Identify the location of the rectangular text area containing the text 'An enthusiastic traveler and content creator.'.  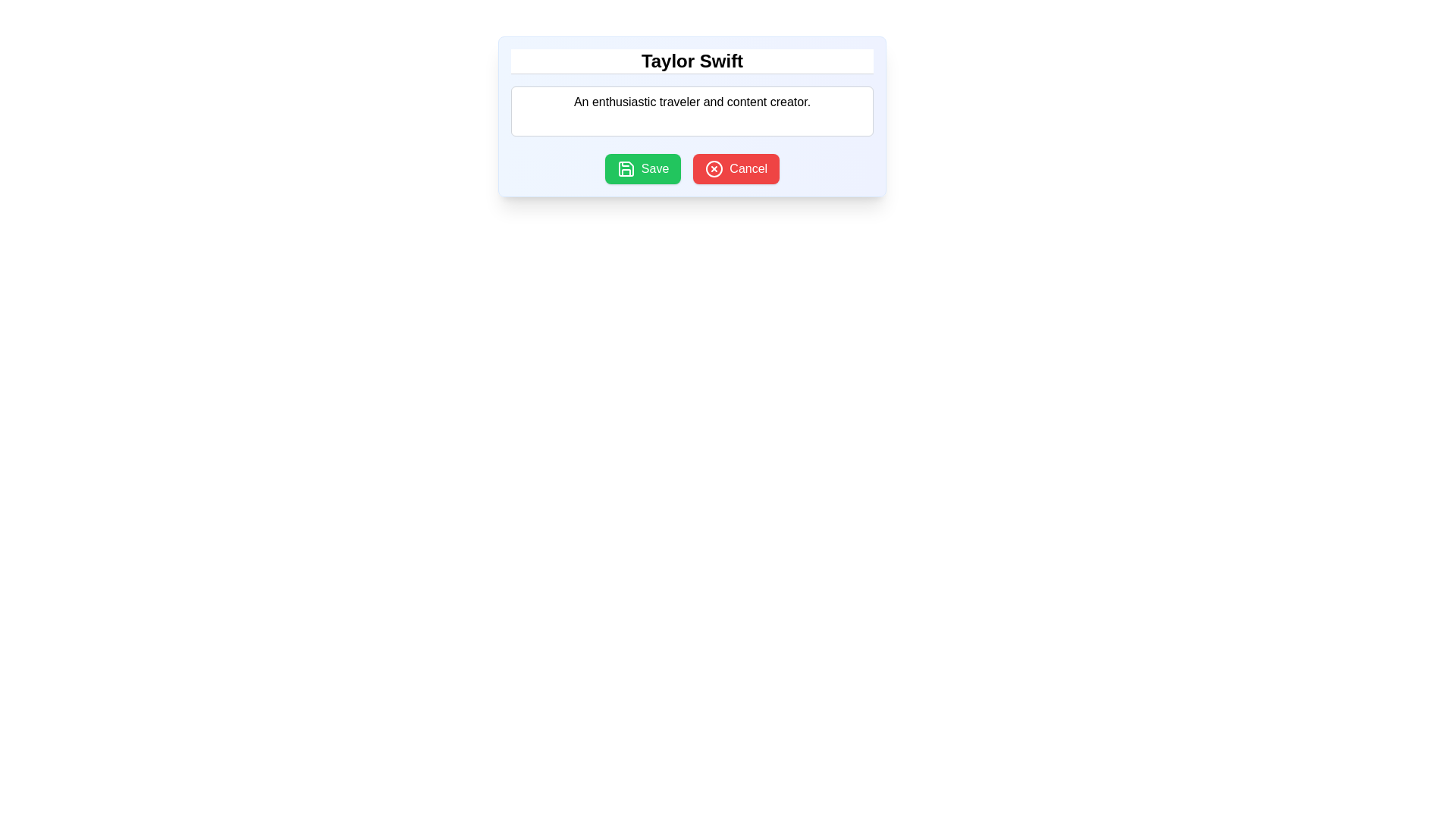
(691, 110).